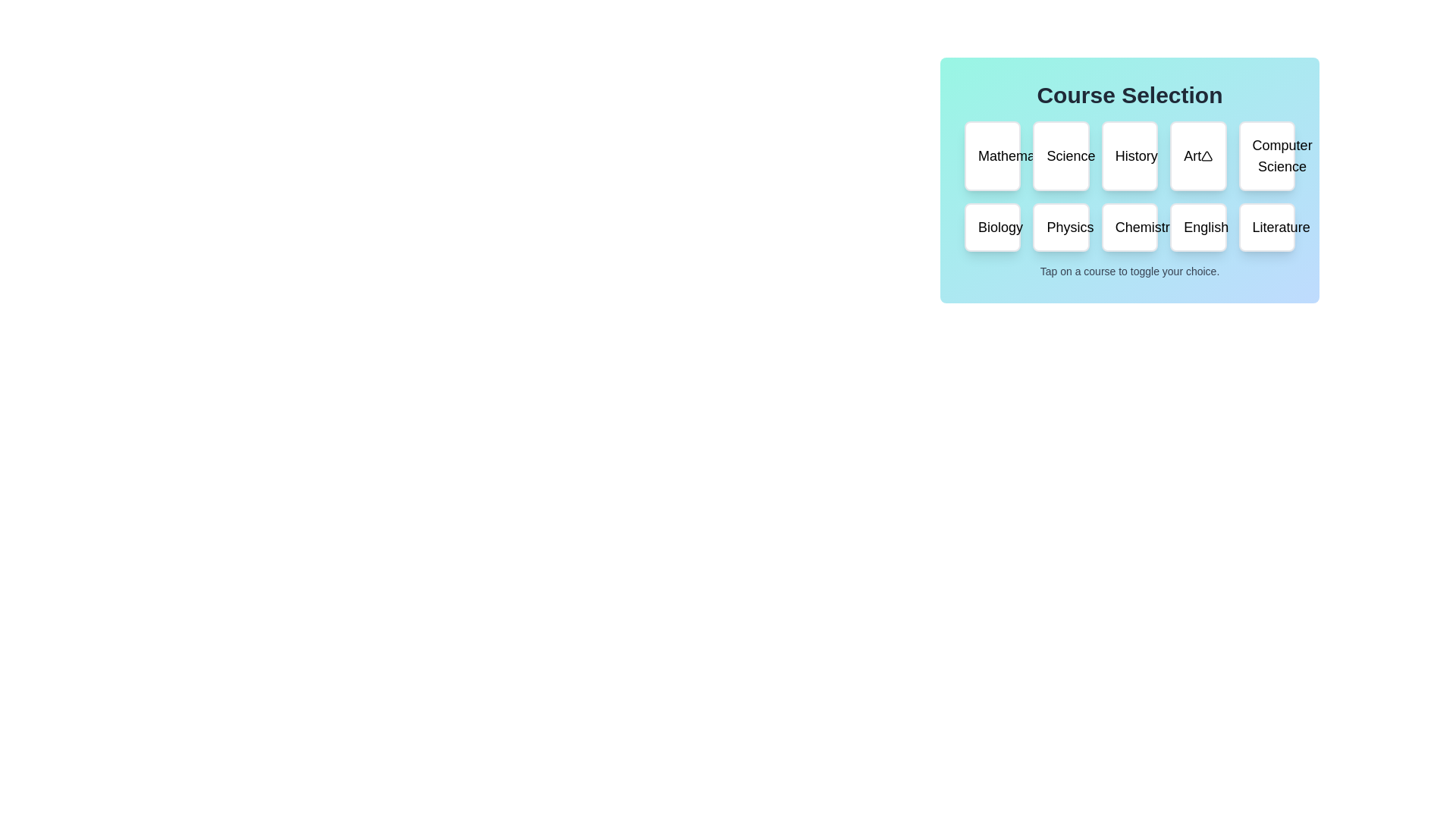  What do you see at coordinates (1197, 227) in the screenshot?
I see `the course English` at bounding box center [1197, 227].